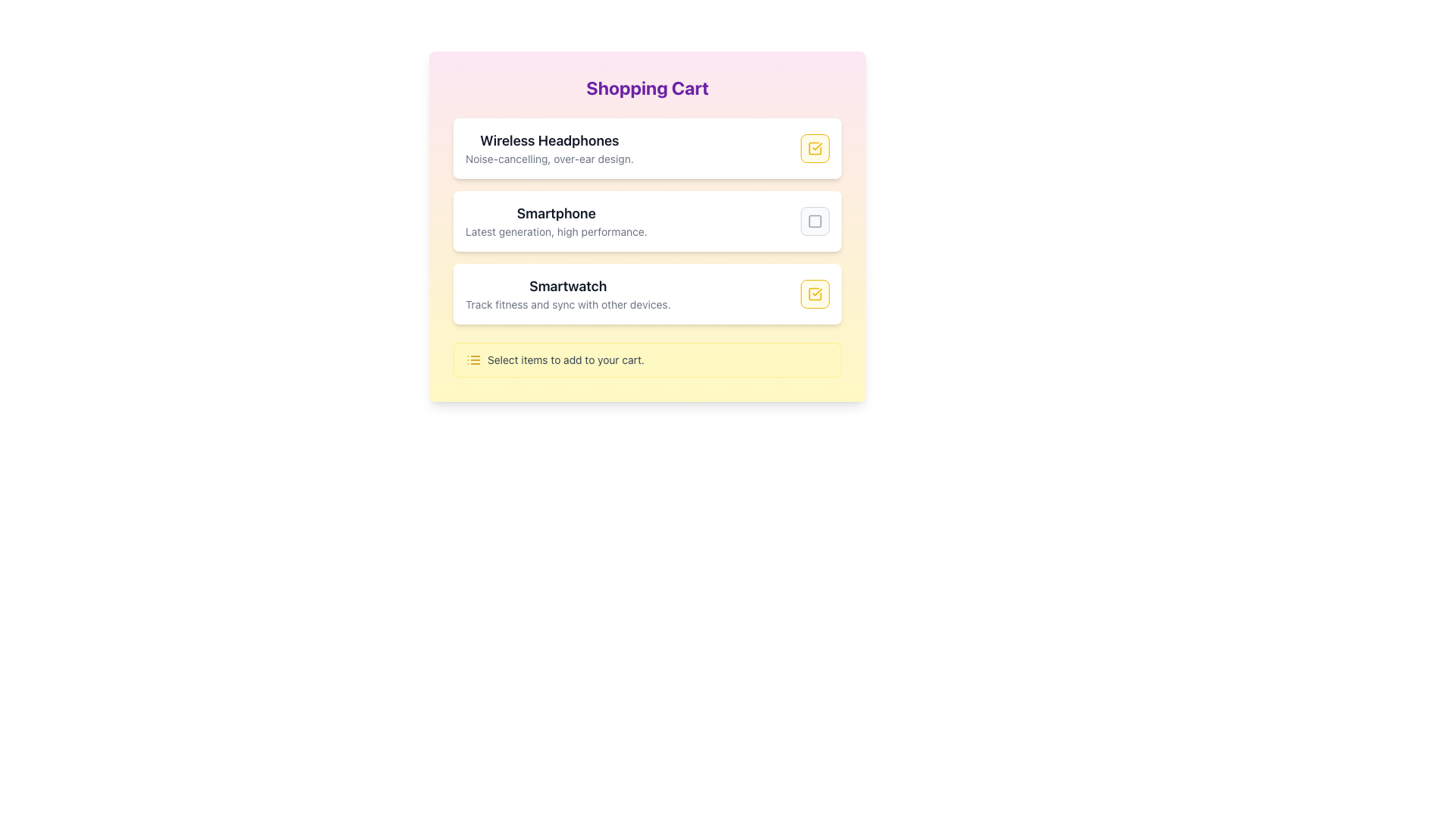  What do you see at coordinates (814, 294) in the screenshot?
I see `the checkbox located in the top-right corner of the 'Smartwatch' panel` at bounding box center [814, 294].